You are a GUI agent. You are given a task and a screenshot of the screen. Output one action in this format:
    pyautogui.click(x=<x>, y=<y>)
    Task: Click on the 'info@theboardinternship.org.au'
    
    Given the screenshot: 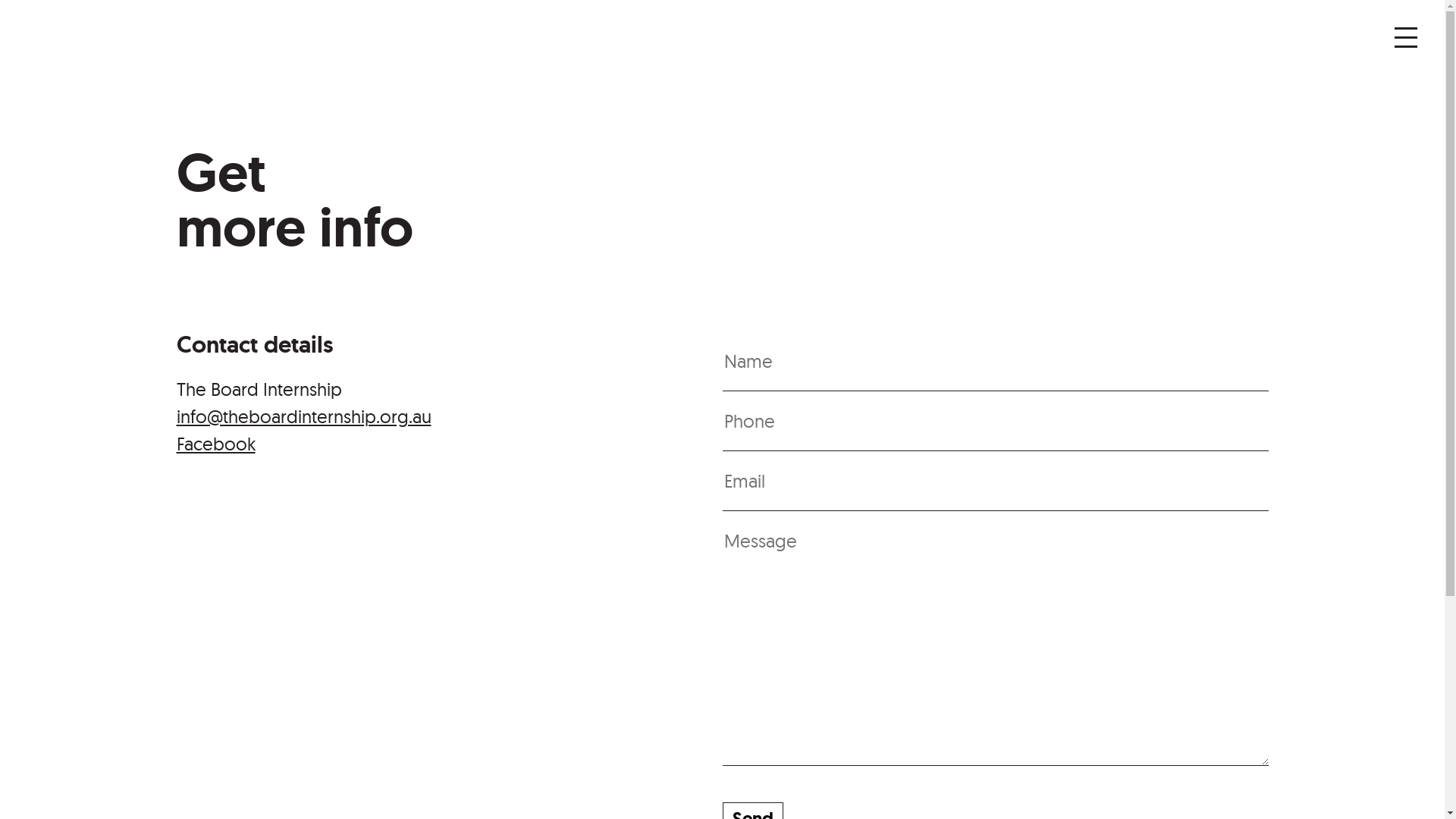 What is the action you would take?
    pyautogui.click(x=175, y=416)
    